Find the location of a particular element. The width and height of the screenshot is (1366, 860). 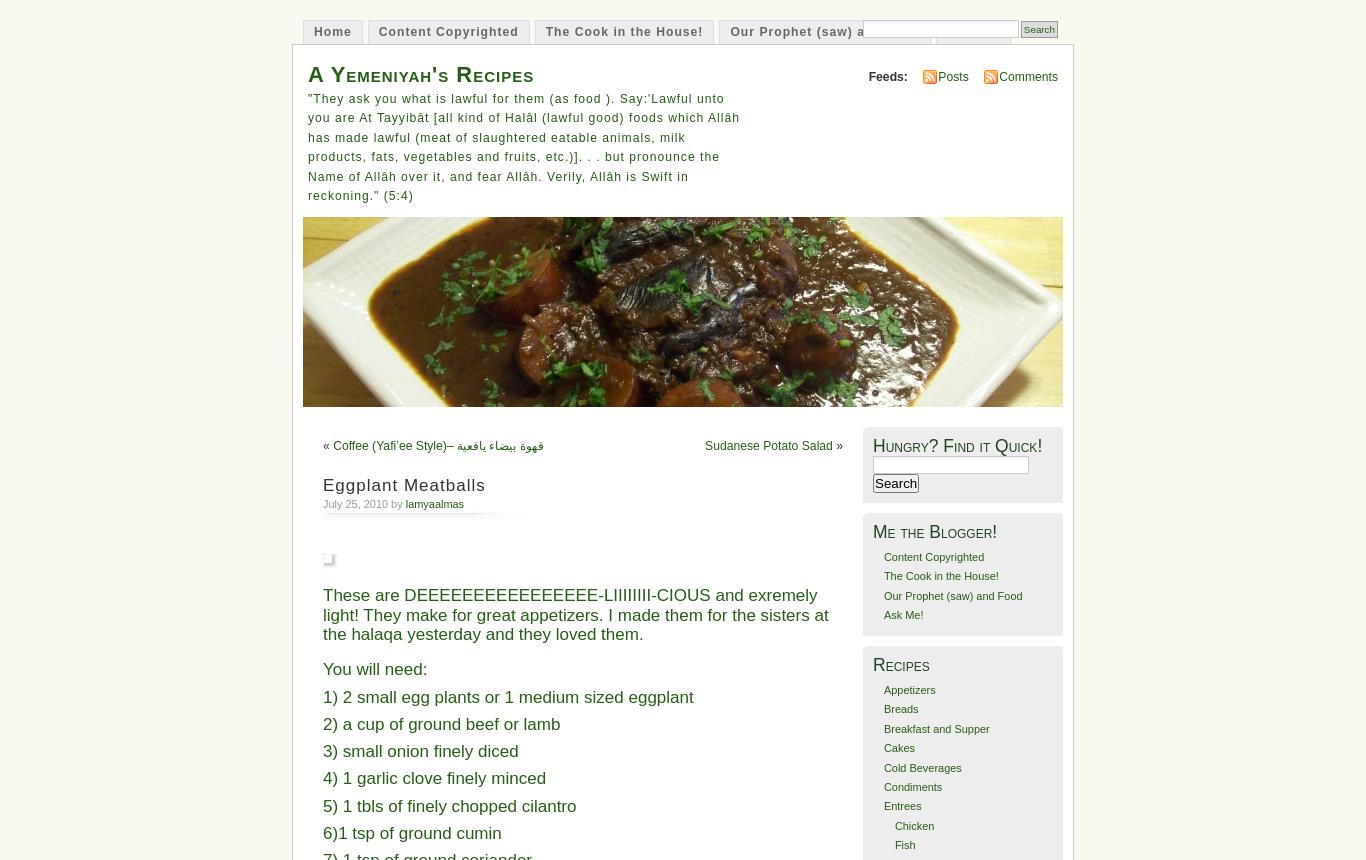

'July 25, 2010 by' is located at coordinates (363, 502).